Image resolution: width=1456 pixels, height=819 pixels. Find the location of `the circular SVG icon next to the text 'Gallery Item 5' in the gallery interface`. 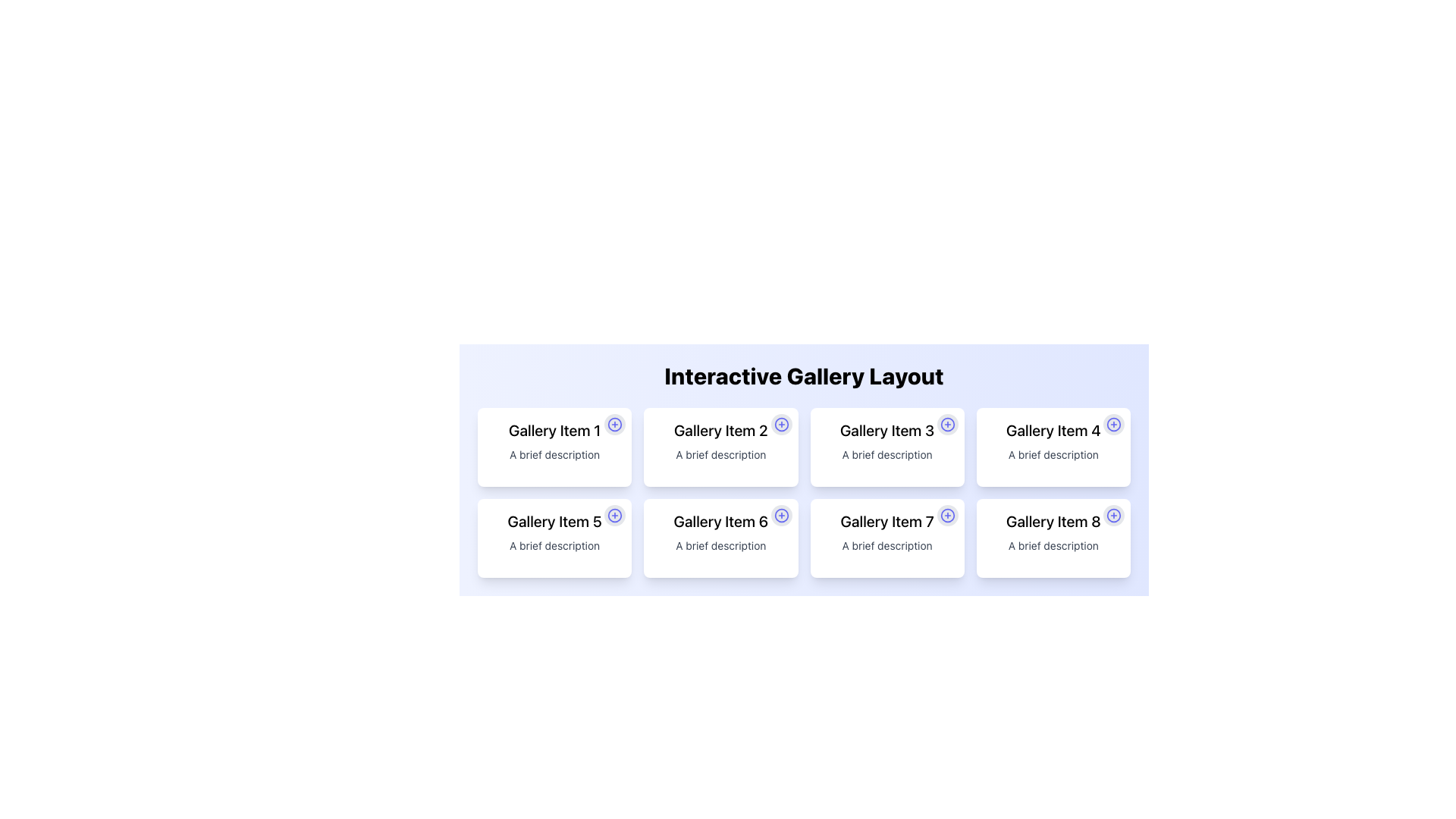

the circular SVG icon next to the text 'Gallery Item 5' in the gallery interface is located at coordinates (615, 514).